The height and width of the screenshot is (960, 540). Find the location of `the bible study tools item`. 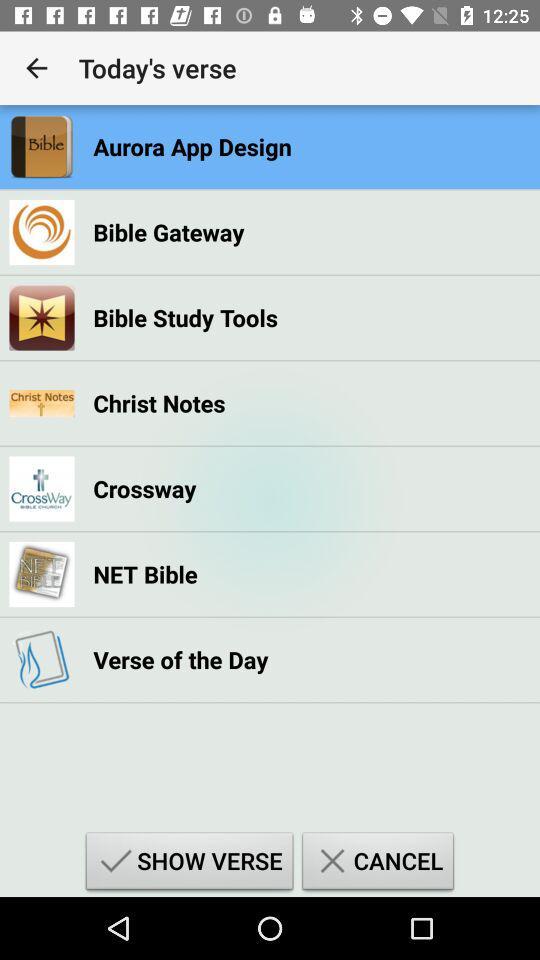

the bible study tools item is located at coordinates (185, 317).